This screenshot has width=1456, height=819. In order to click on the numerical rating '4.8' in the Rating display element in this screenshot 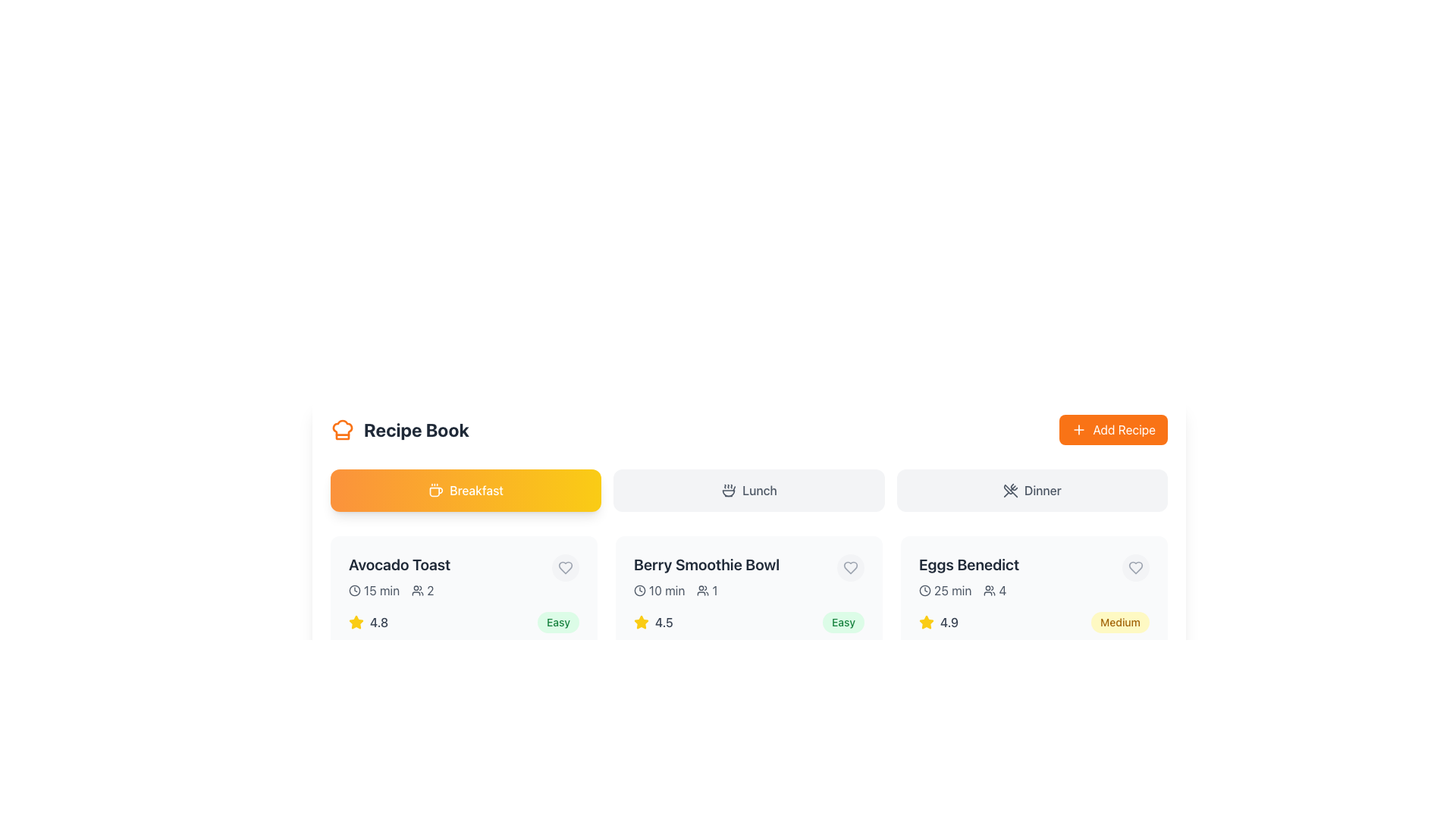, I will do `click(369, 623)`.